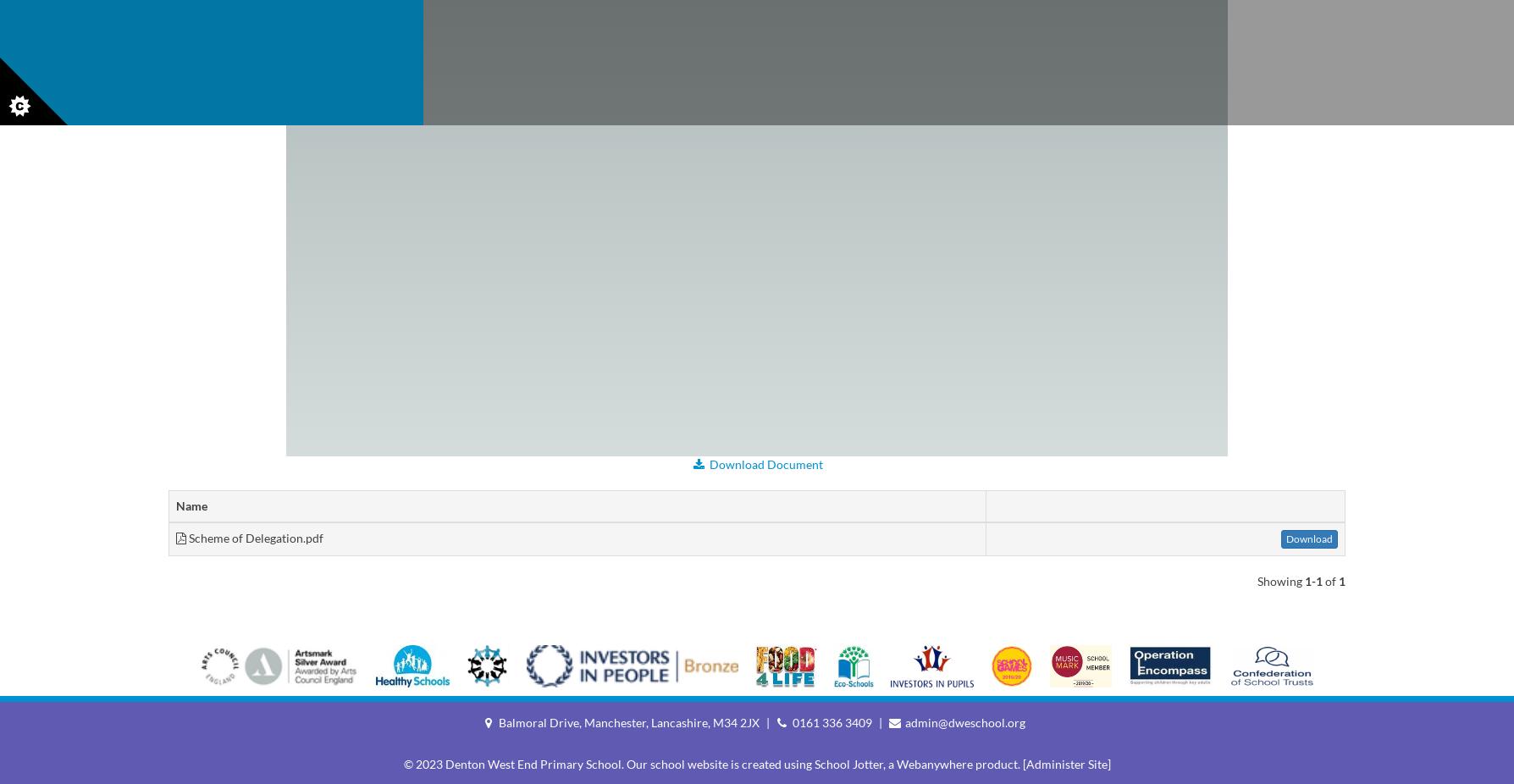 The width and height of the screenshot is (1514, 784). I want to click on 'Name', so click(191, 504).